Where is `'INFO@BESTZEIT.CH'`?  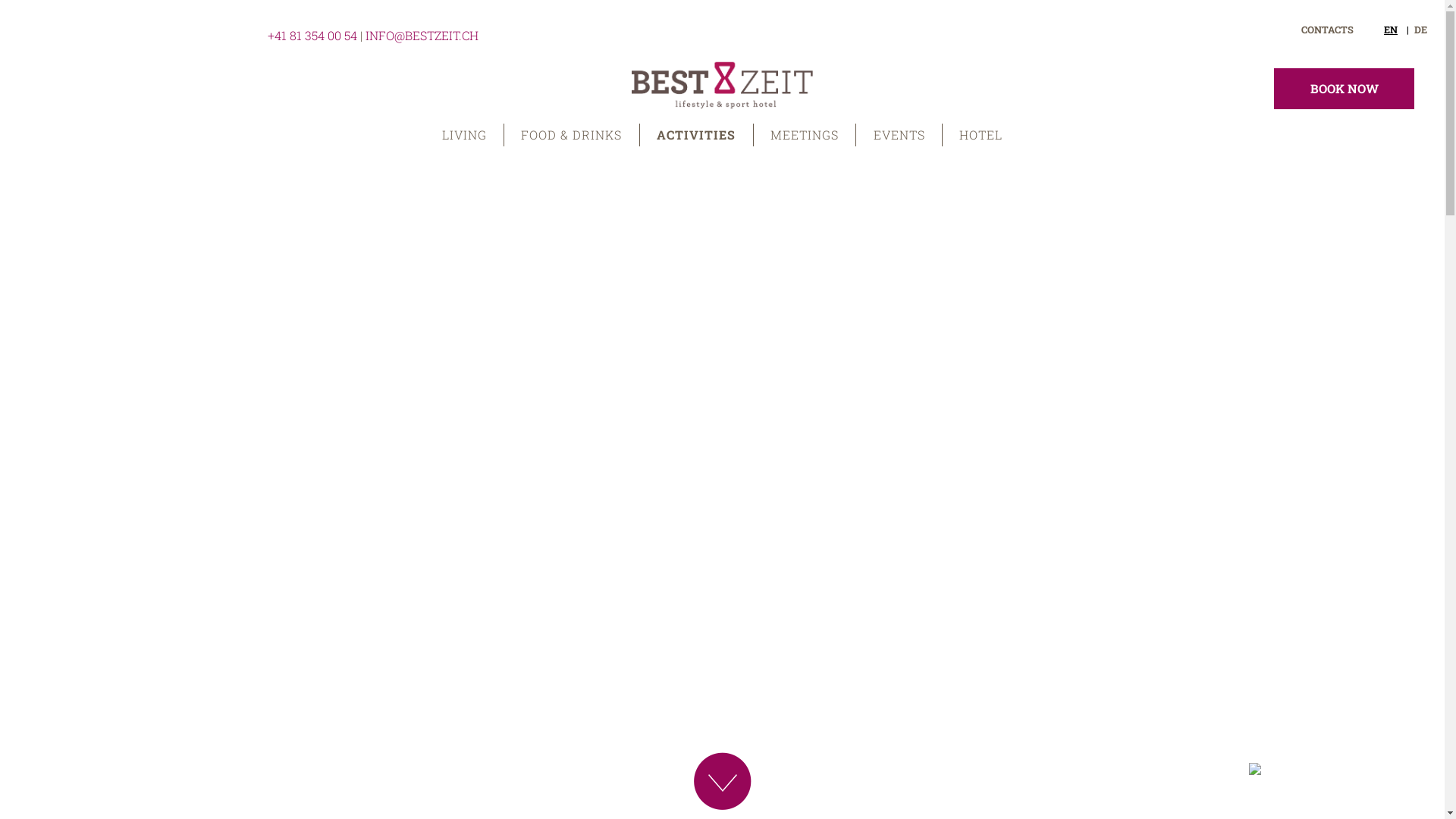 'INFO@BESTZEIT.CH' is located at coordinates (422, 34).